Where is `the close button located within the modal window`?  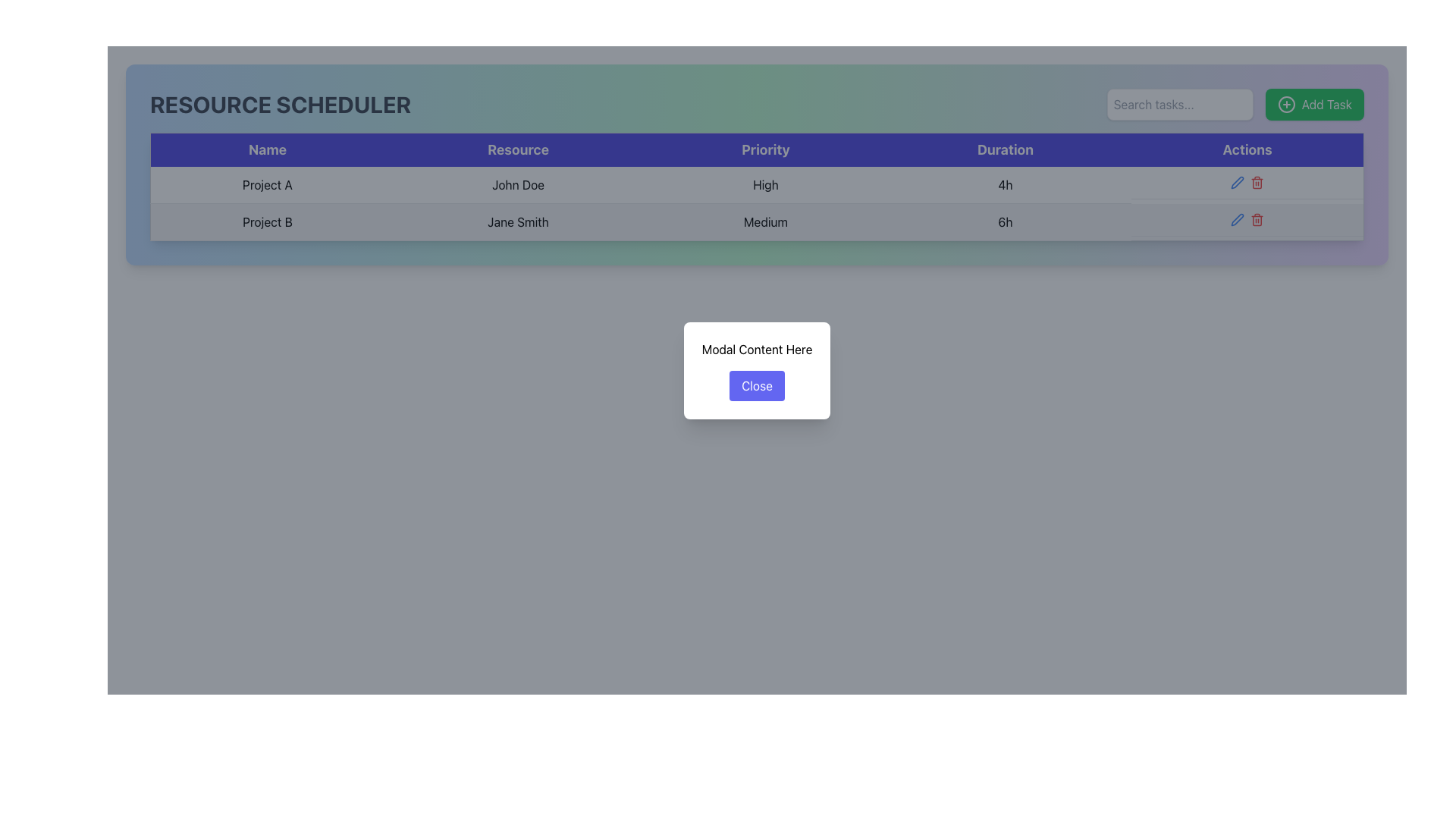
the close button located within the modal window is located at coordinates (757, 384).